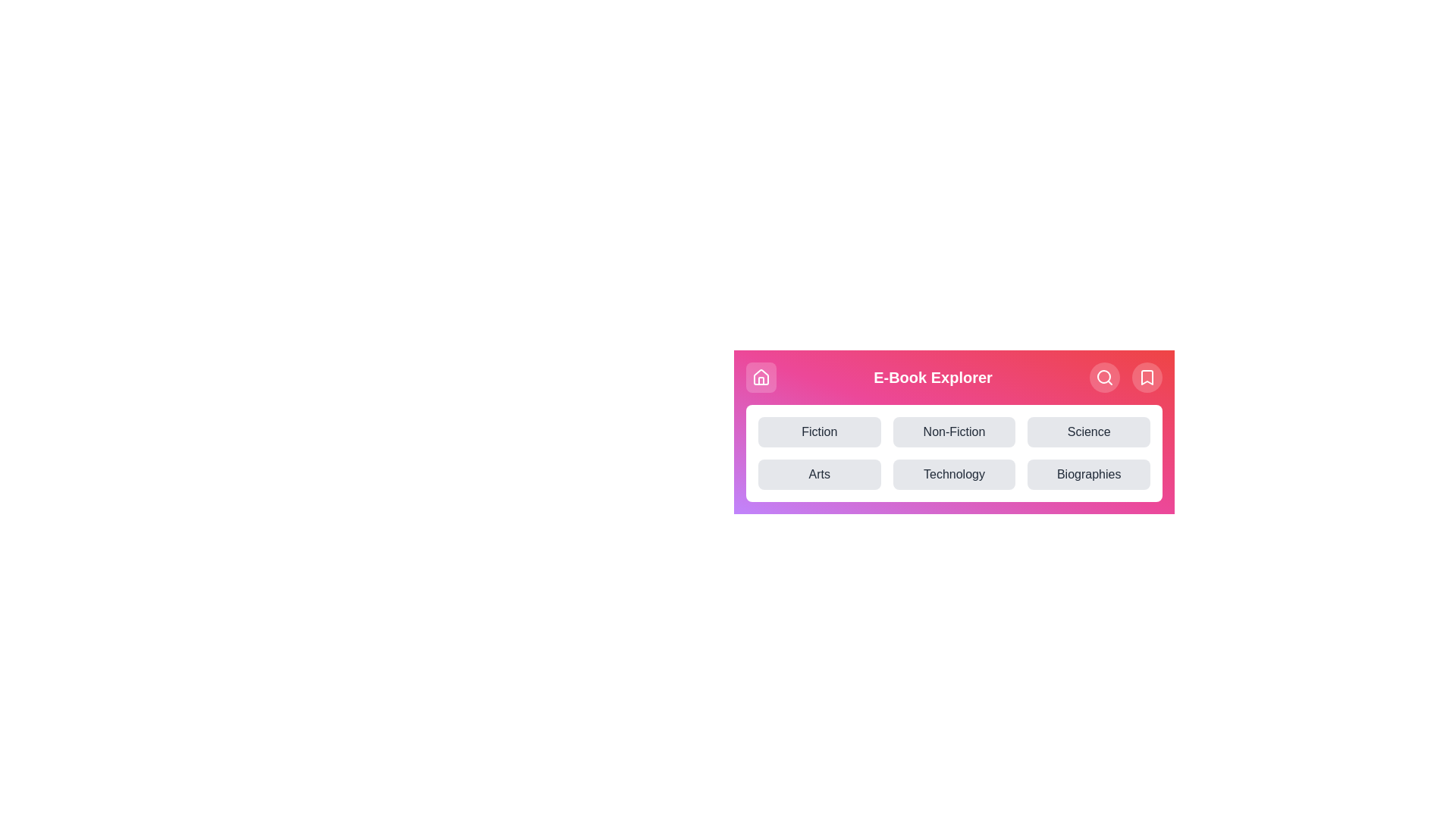  What do you see at coordinates (1104, 376) in the screenshot?
I see `the search icon to initiate a search` at bounding box center [1104, 376].